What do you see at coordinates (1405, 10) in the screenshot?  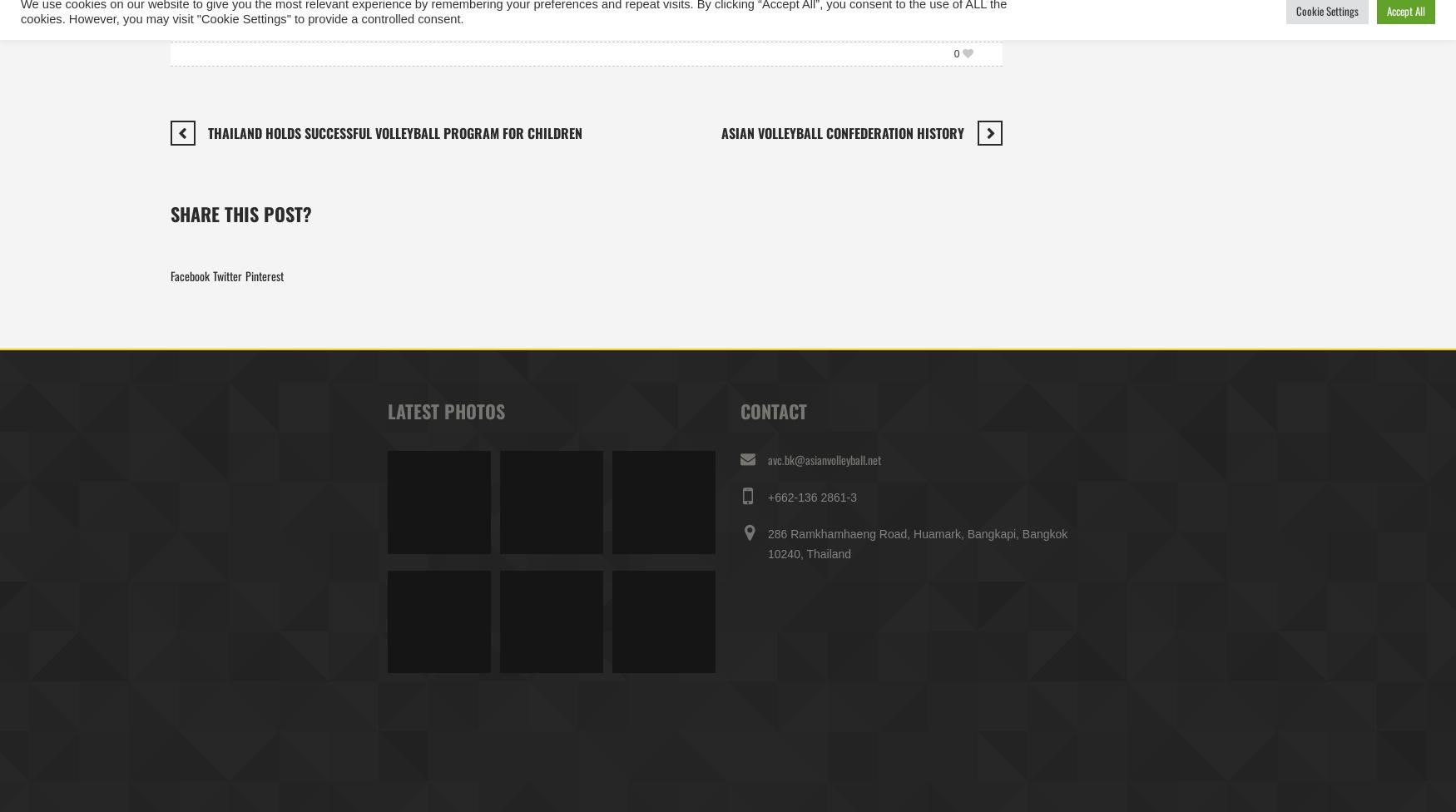 I see `'Accept All'` at bounding box center [1405, 10].